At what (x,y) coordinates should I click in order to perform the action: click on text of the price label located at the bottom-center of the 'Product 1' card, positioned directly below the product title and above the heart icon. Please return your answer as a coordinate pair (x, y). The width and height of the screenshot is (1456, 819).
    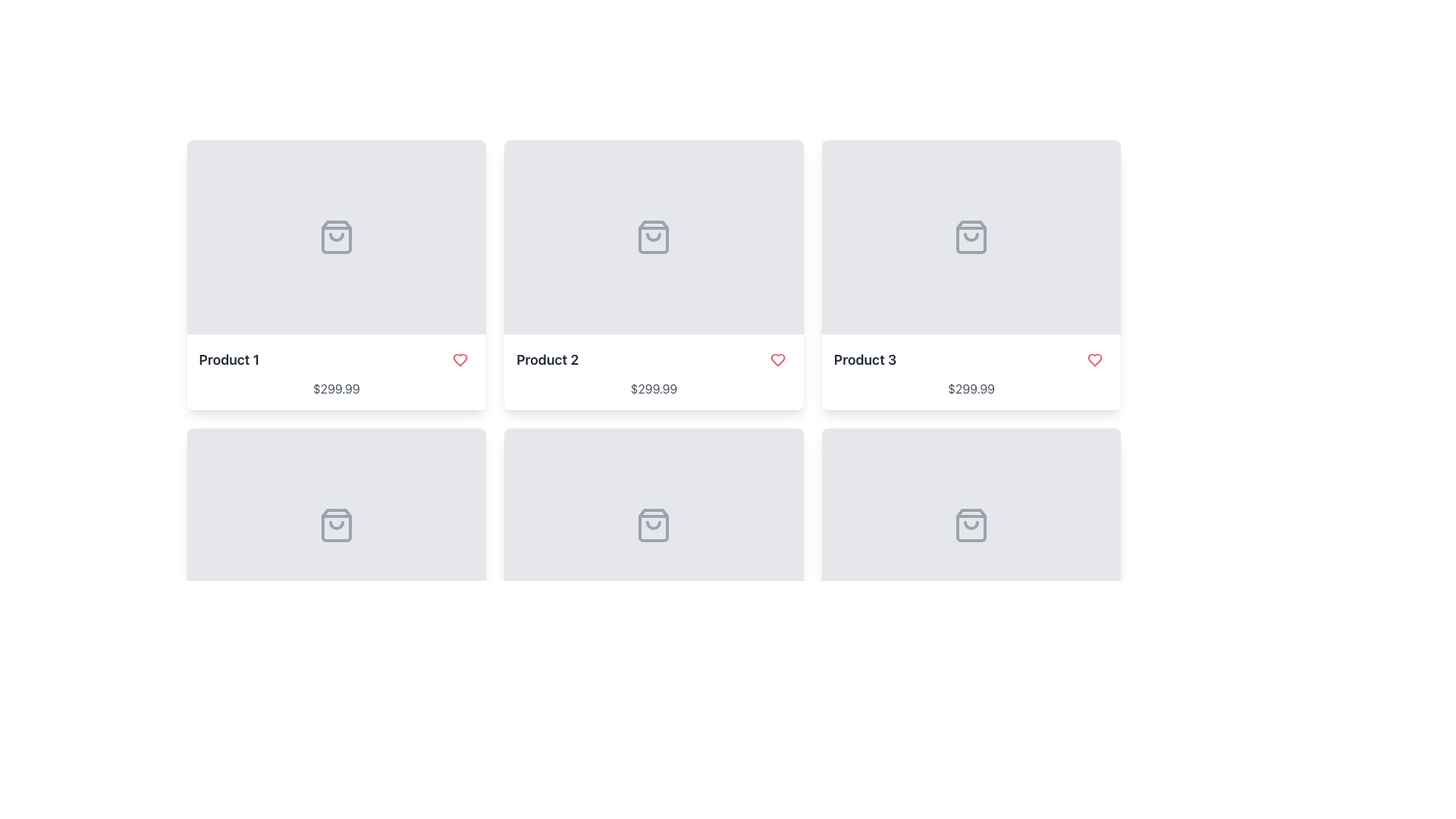
    Looking at the image, I should click on (335, 388).